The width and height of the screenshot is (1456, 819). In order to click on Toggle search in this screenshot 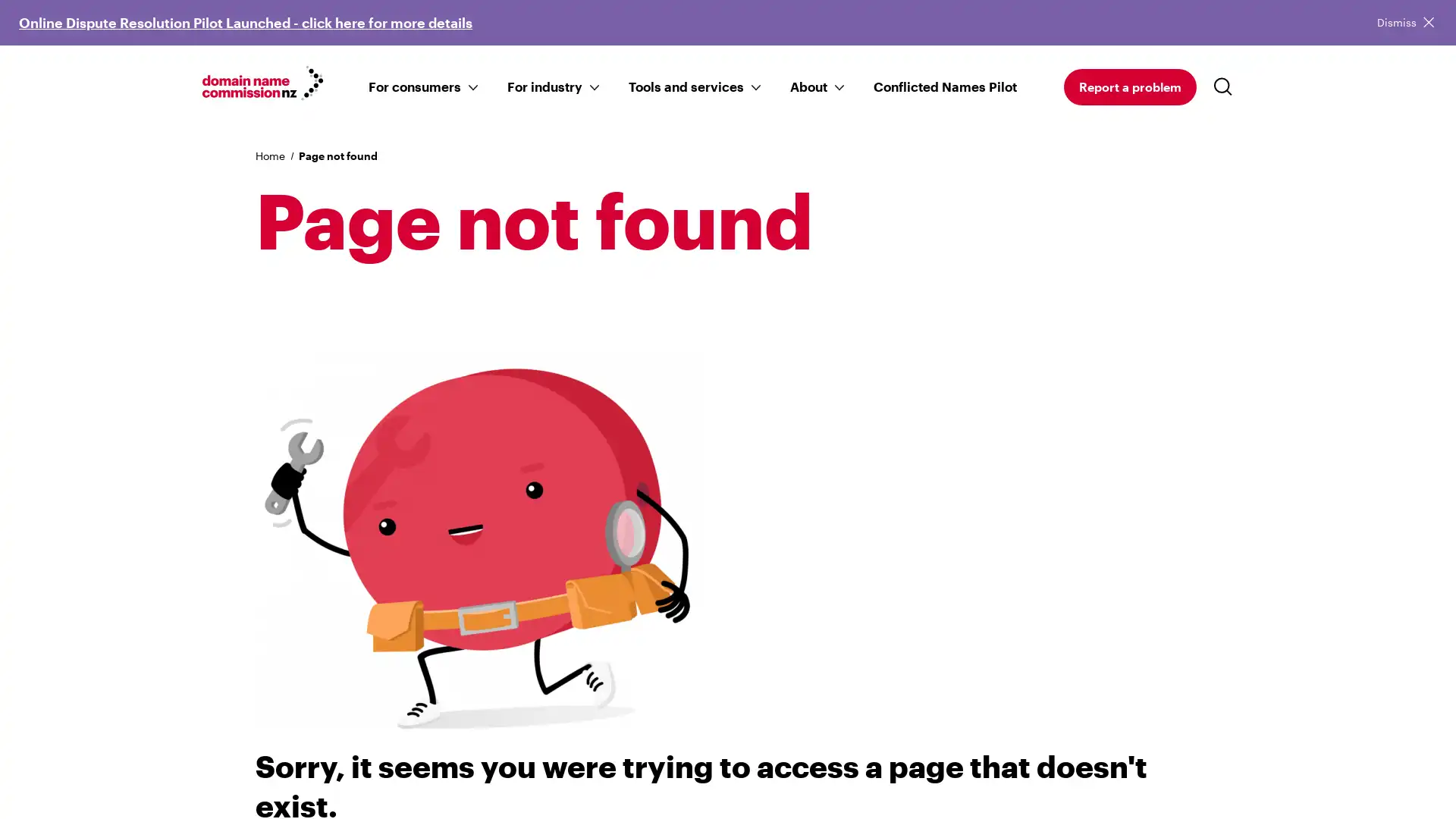, I will do `click(1226, 86)`.